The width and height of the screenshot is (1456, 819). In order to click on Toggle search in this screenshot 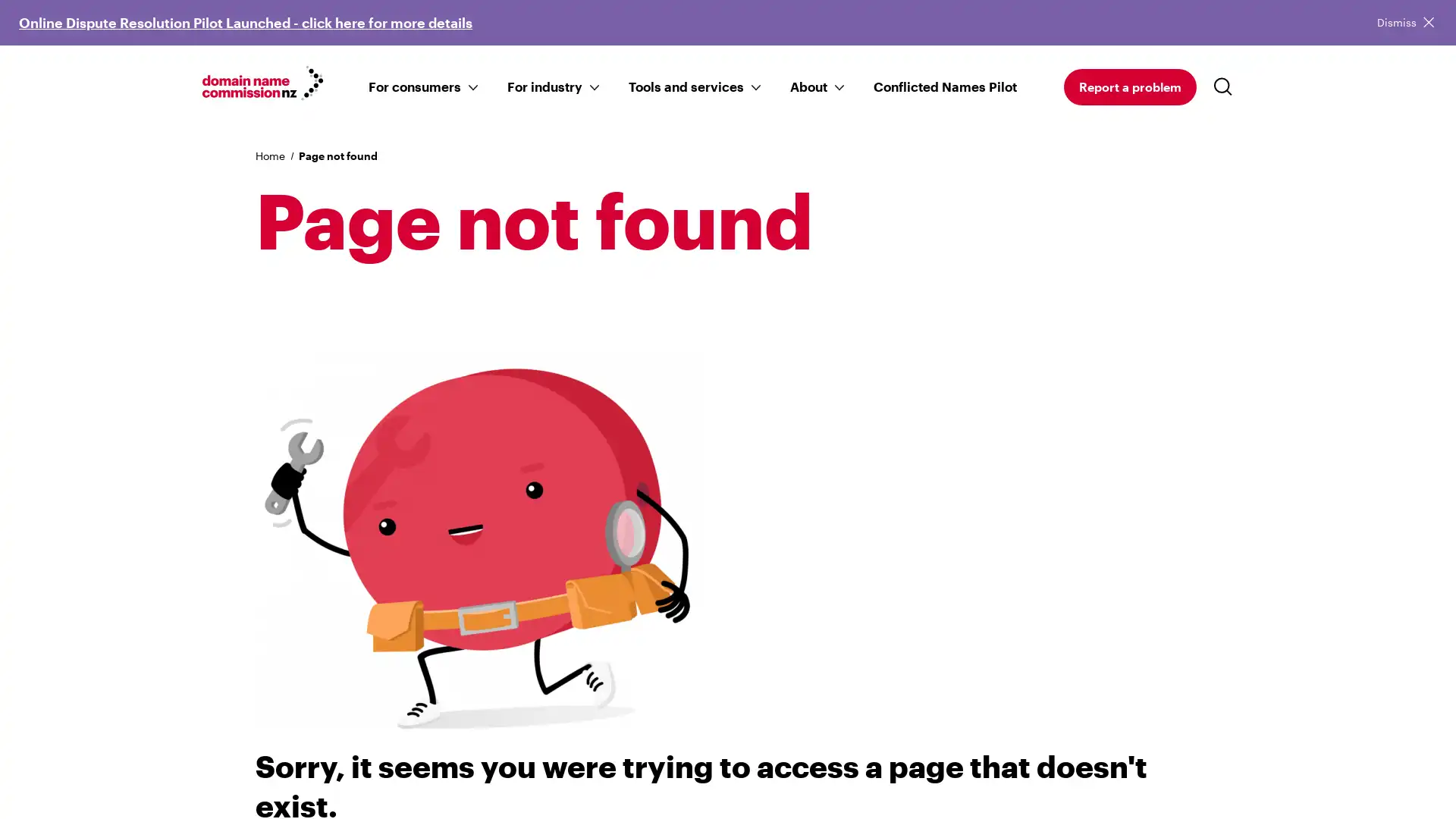, I will do `click(1226, 86)`.